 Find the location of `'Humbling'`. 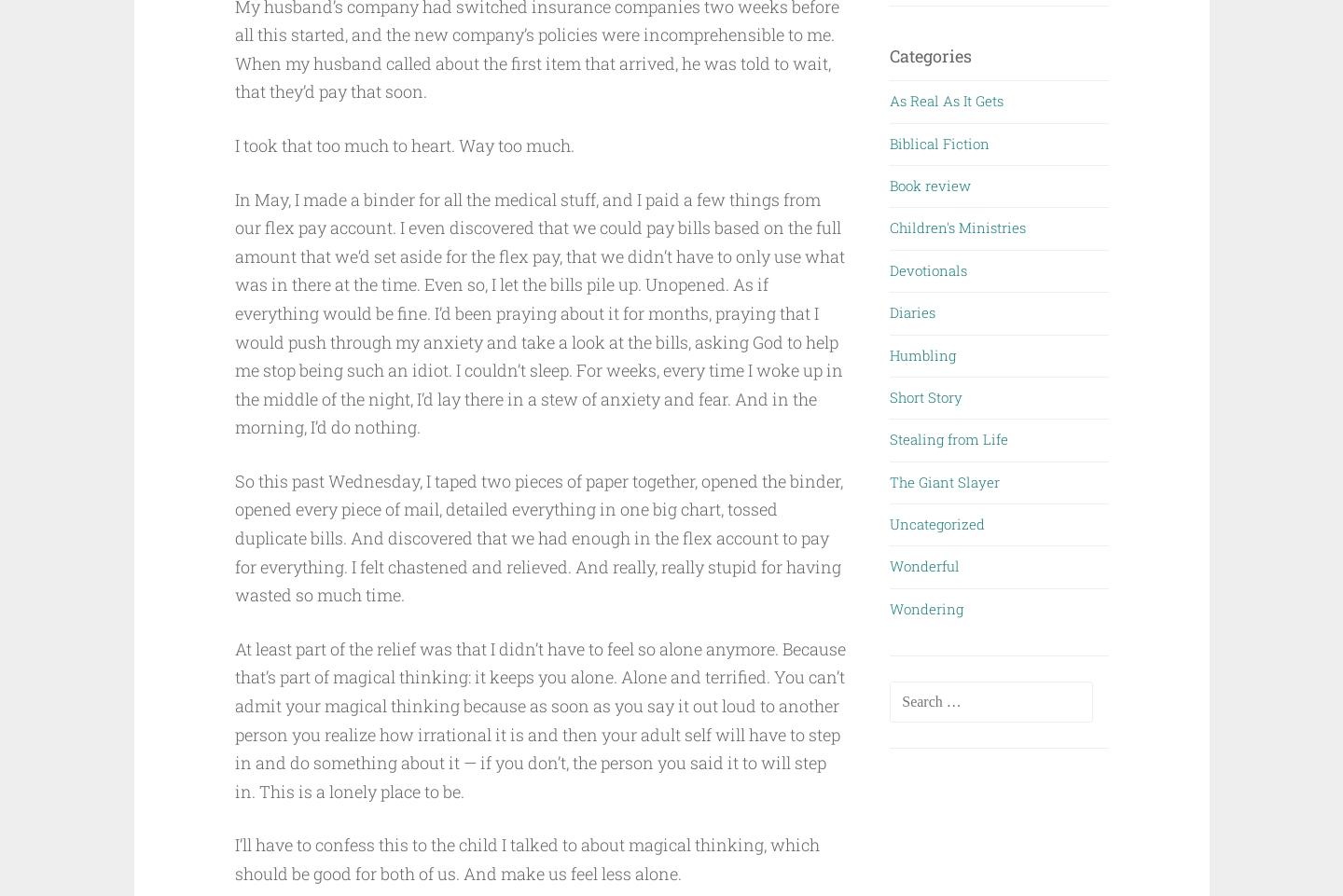

'Humbling' is located at coordinates (921, 353).